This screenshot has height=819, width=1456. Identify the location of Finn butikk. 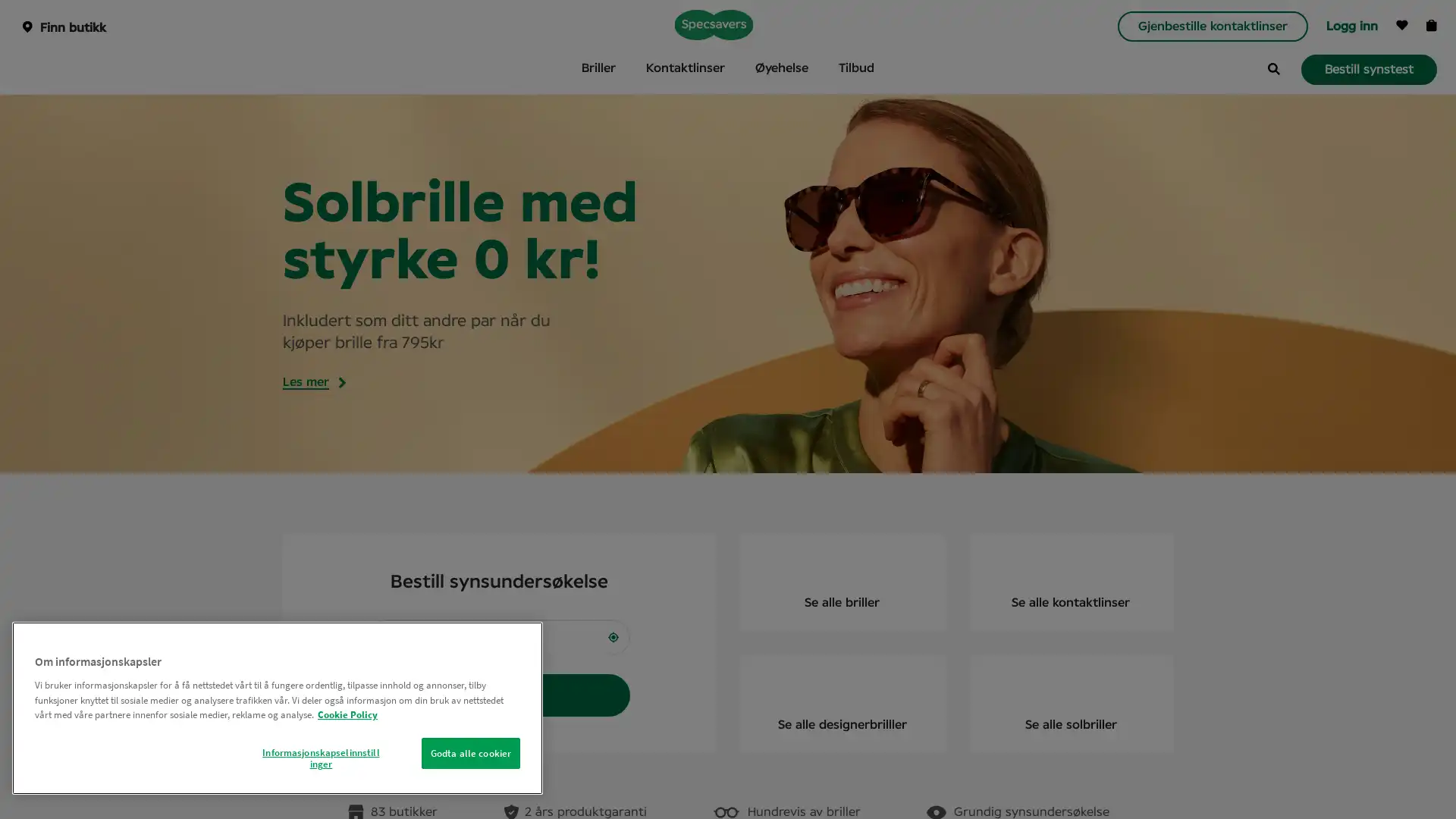
(499, 695).